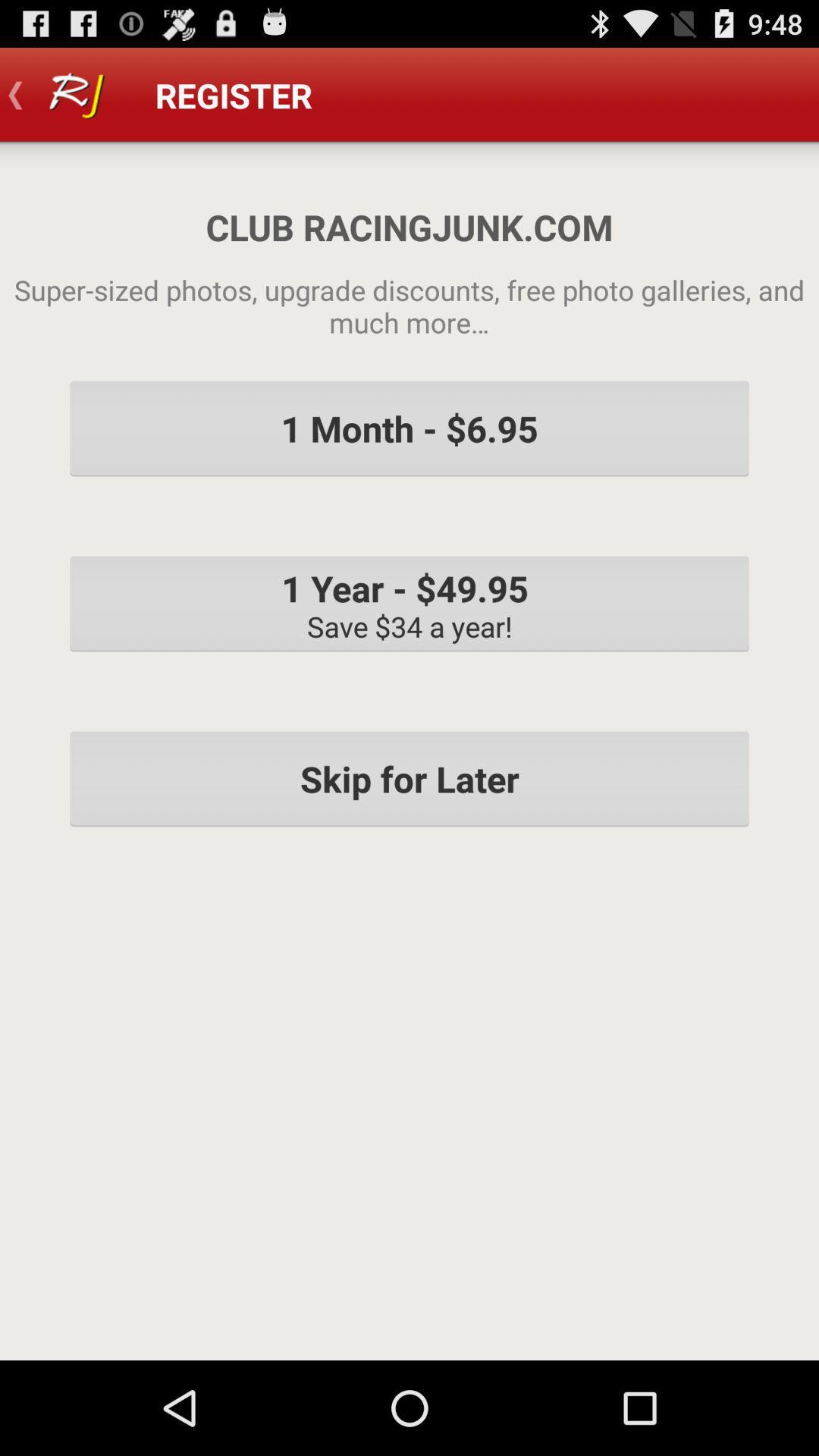 The width and height of the screenshot is (819, 1456). What do you see at coordinates (409, 779) in the screenshot?
I see `skip for later item` at bounding box center [409, 779].